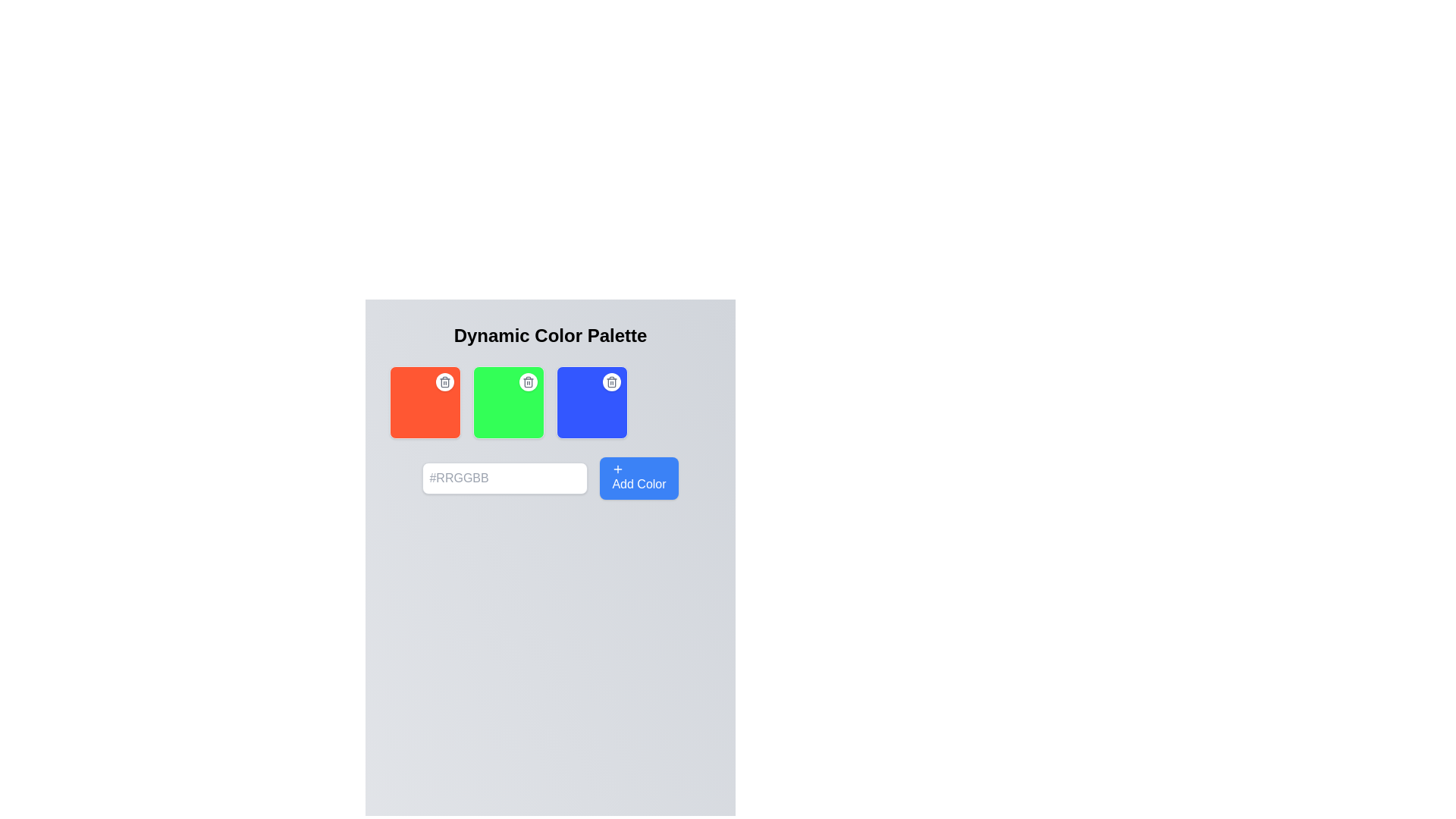 The width and height of the screenshot is (1456, 819). Describe the element at coordinates (505, 479) in the screenshot. I see `the input field for hexadecimal color code located near the bottom of the color-related controls` at that location.